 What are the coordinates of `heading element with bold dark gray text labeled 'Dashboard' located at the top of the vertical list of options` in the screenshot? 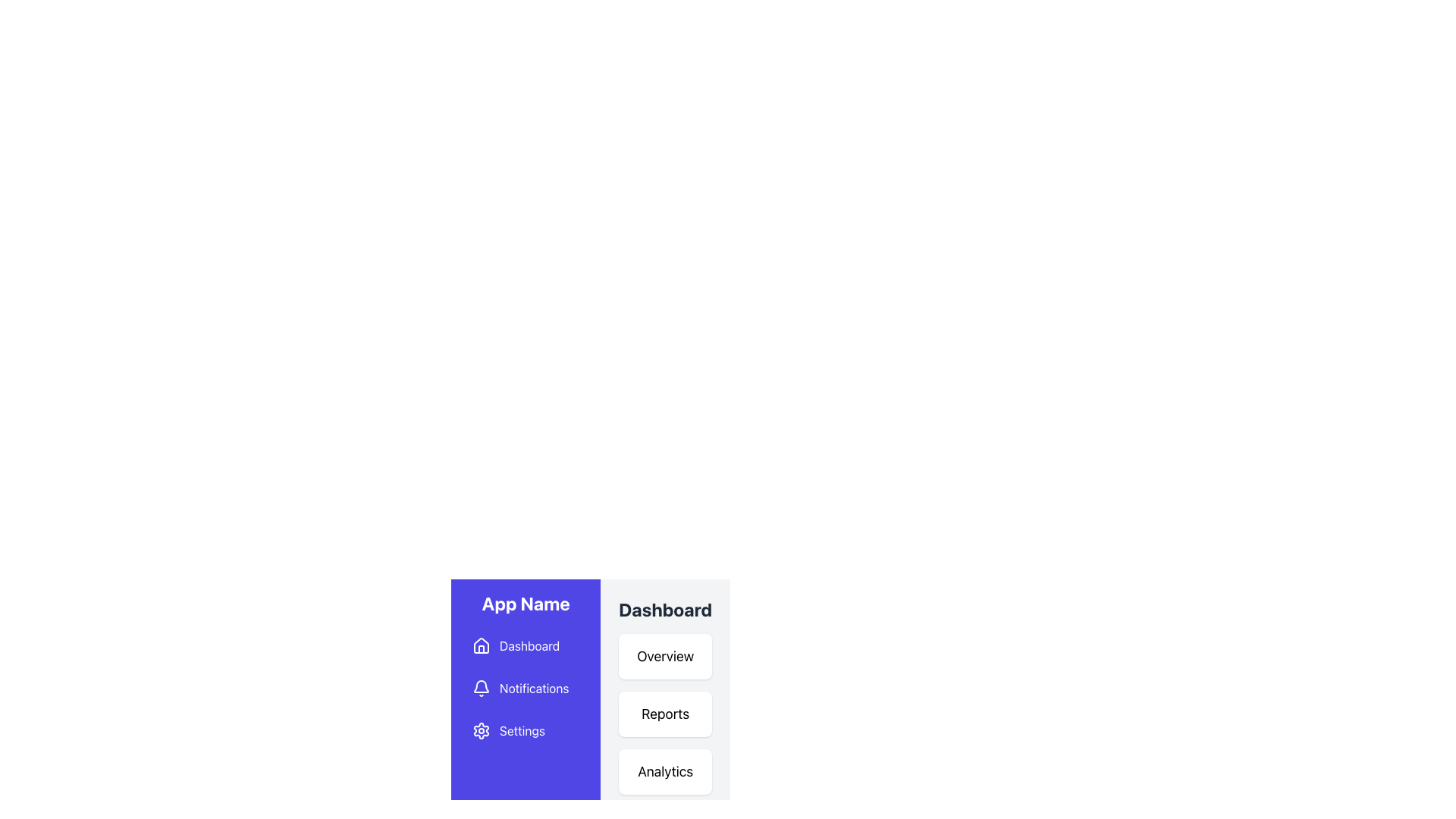 It's located at (665, 608).